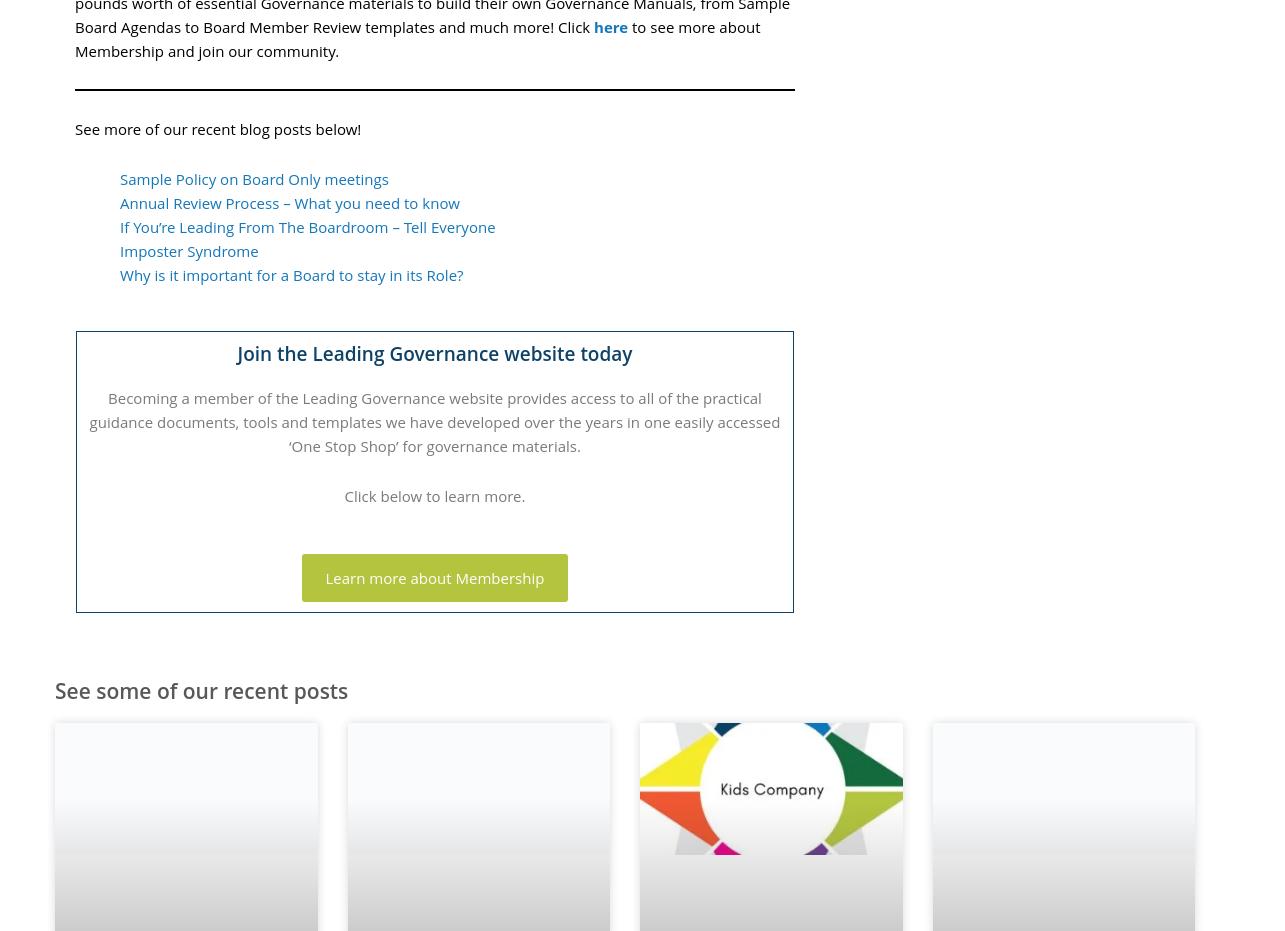 Image resolution: width=1285 pixels, height=931 pixels. What do you see at coordinates (434, 576) in the screenshot?
I see `'Learn more about Membership'` at bounding box center [434, 576].